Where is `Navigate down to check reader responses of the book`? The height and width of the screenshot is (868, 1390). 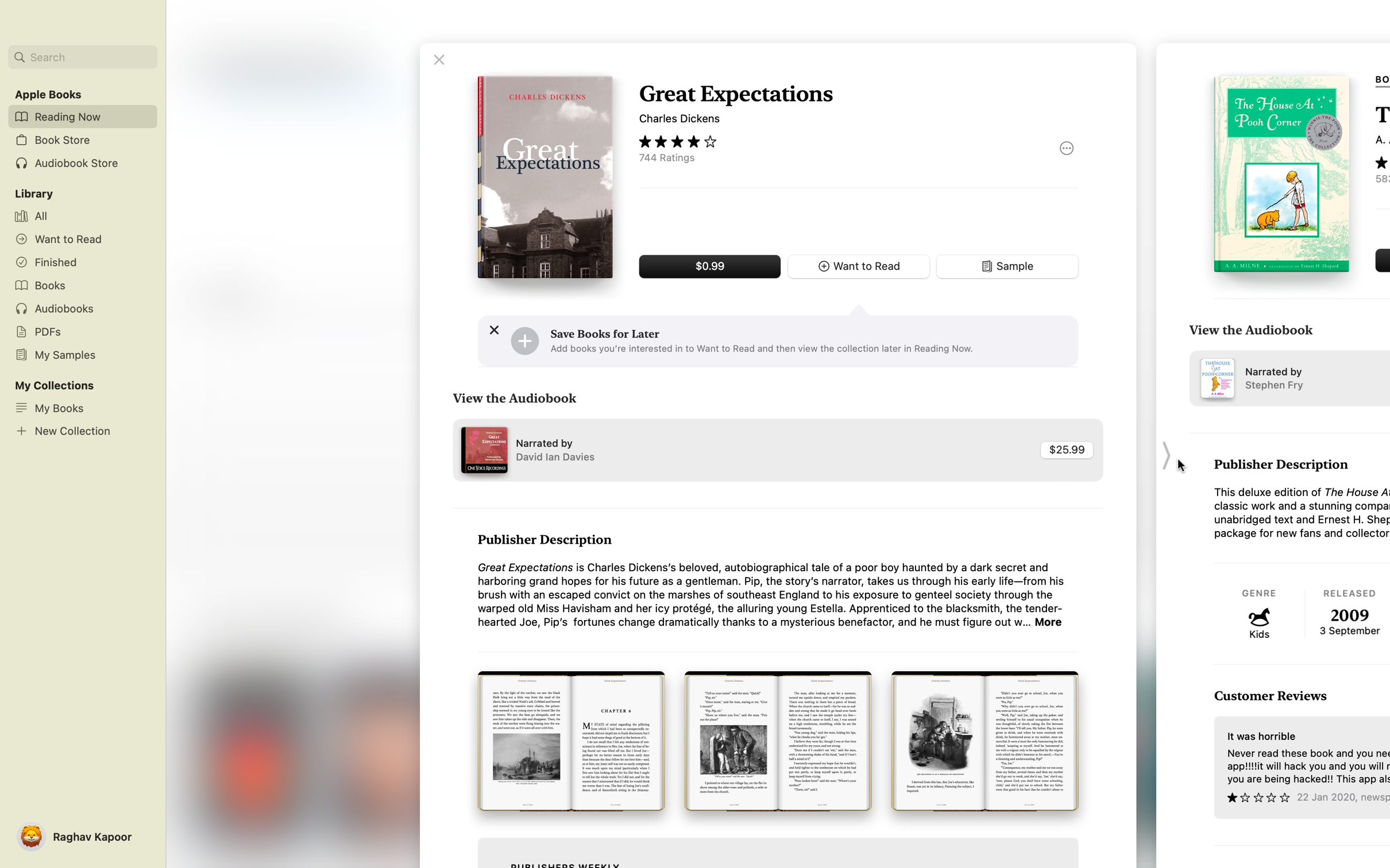
Navigate down to check reader responses of the book is located at coordinates (2613200, 958272).